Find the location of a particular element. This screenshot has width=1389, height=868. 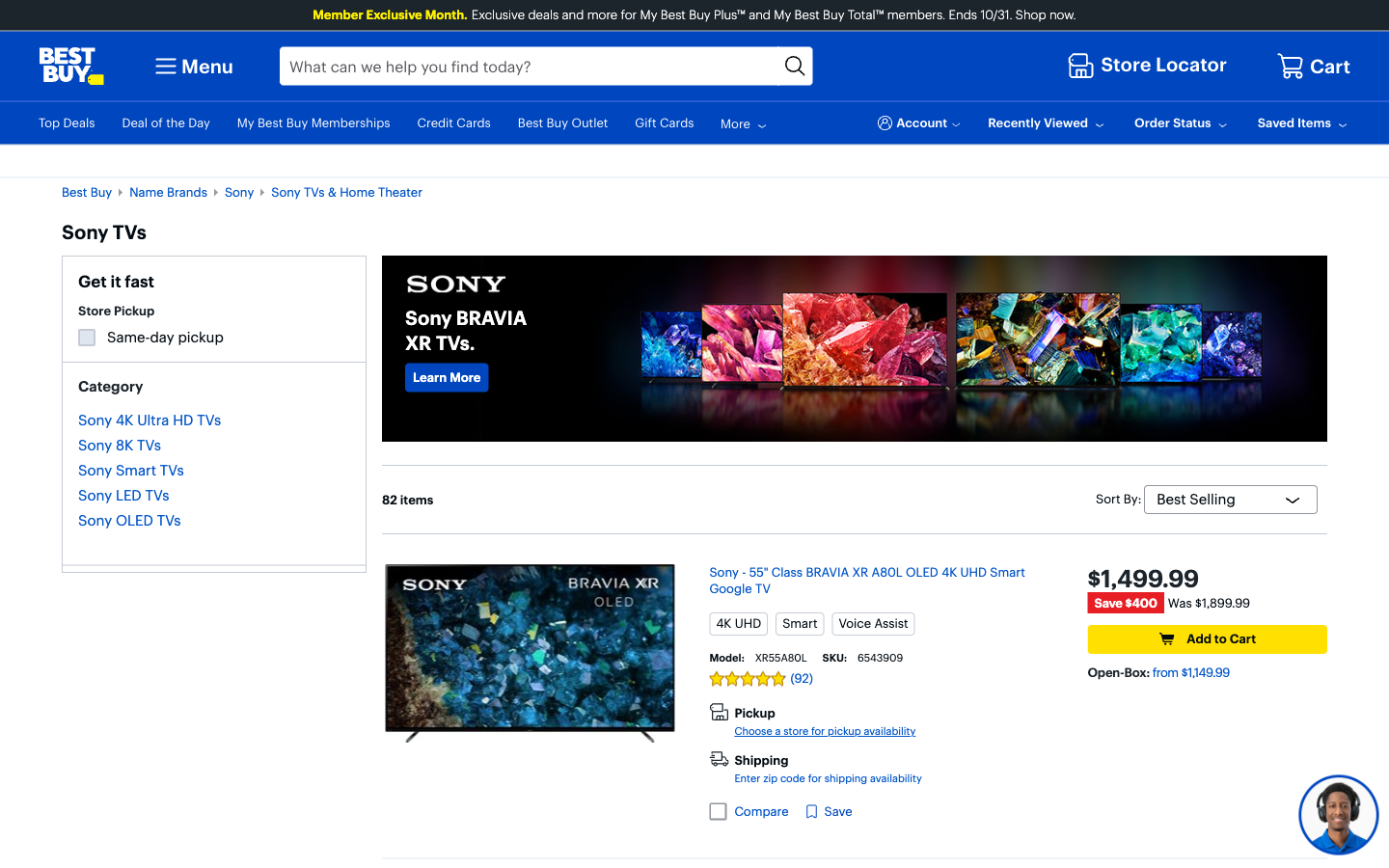

the Best Buy Credit Cards section is located at coordinates (447, 376).